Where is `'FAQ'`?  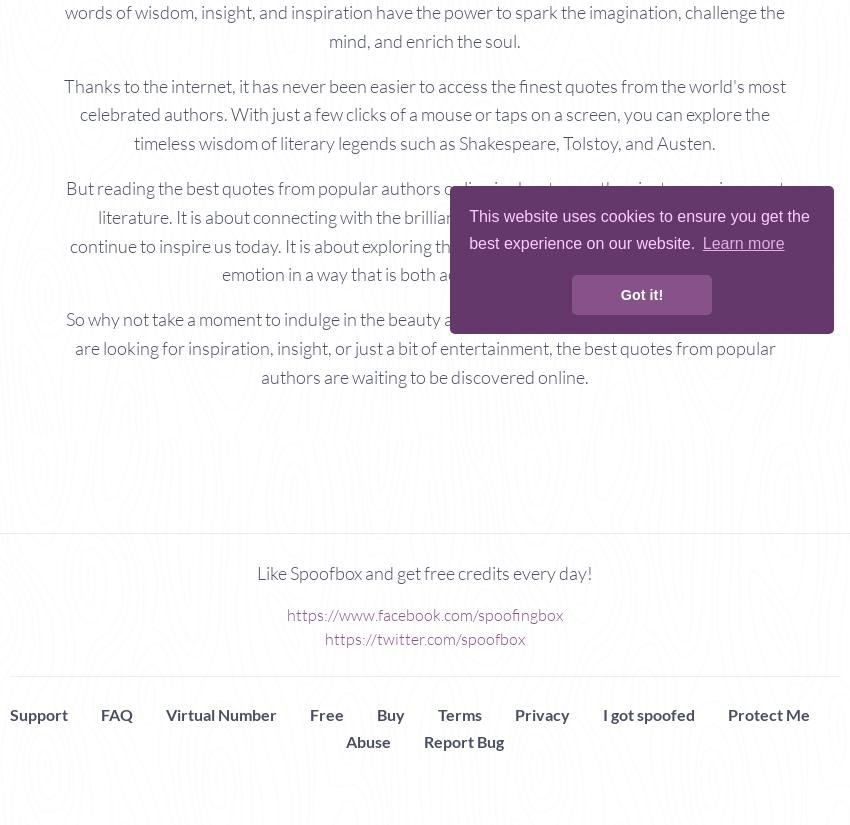
'FAQ' is located at coordinates (99, 713).